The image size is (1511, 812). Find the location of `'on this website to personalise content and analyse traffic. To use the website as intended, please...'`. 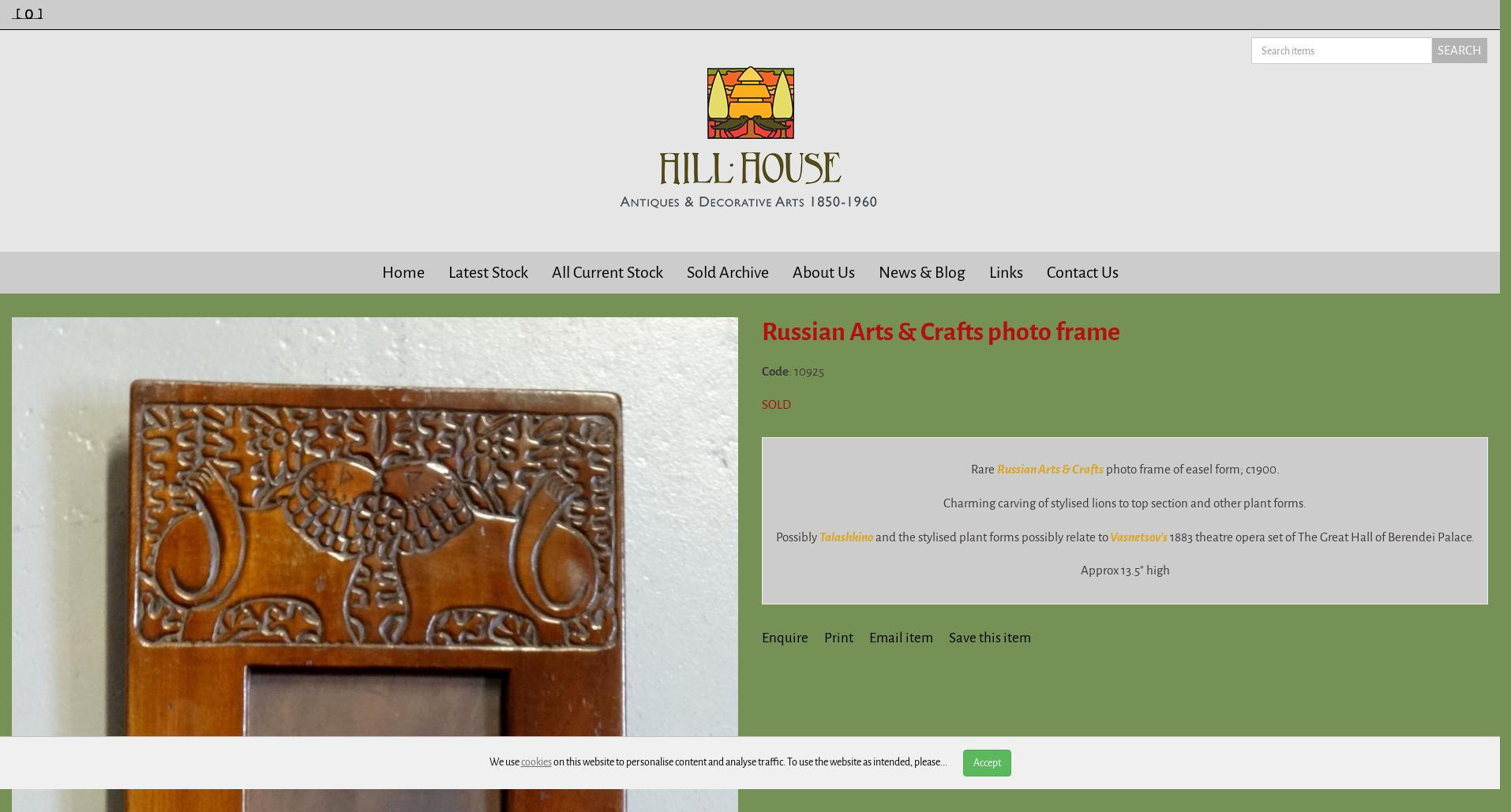

'on this website to personalise content and analyse traffic. To use the website as intended, please...' is located at coordinates (748, 761).